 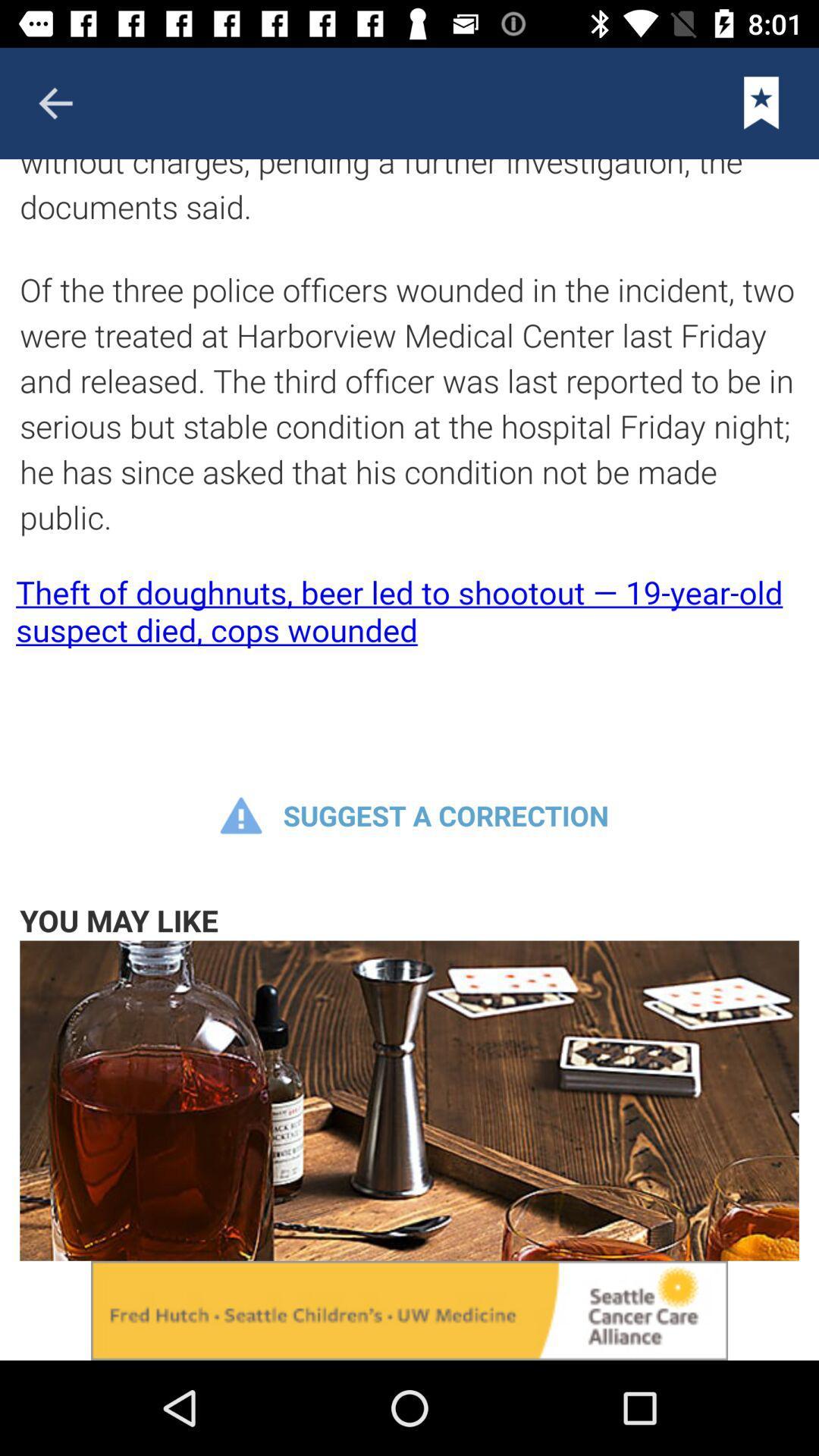 What do you see at coordinates (55, 102) in the screenshot?
I see `the arrow_backward icon` at bounding box center [55, 102].